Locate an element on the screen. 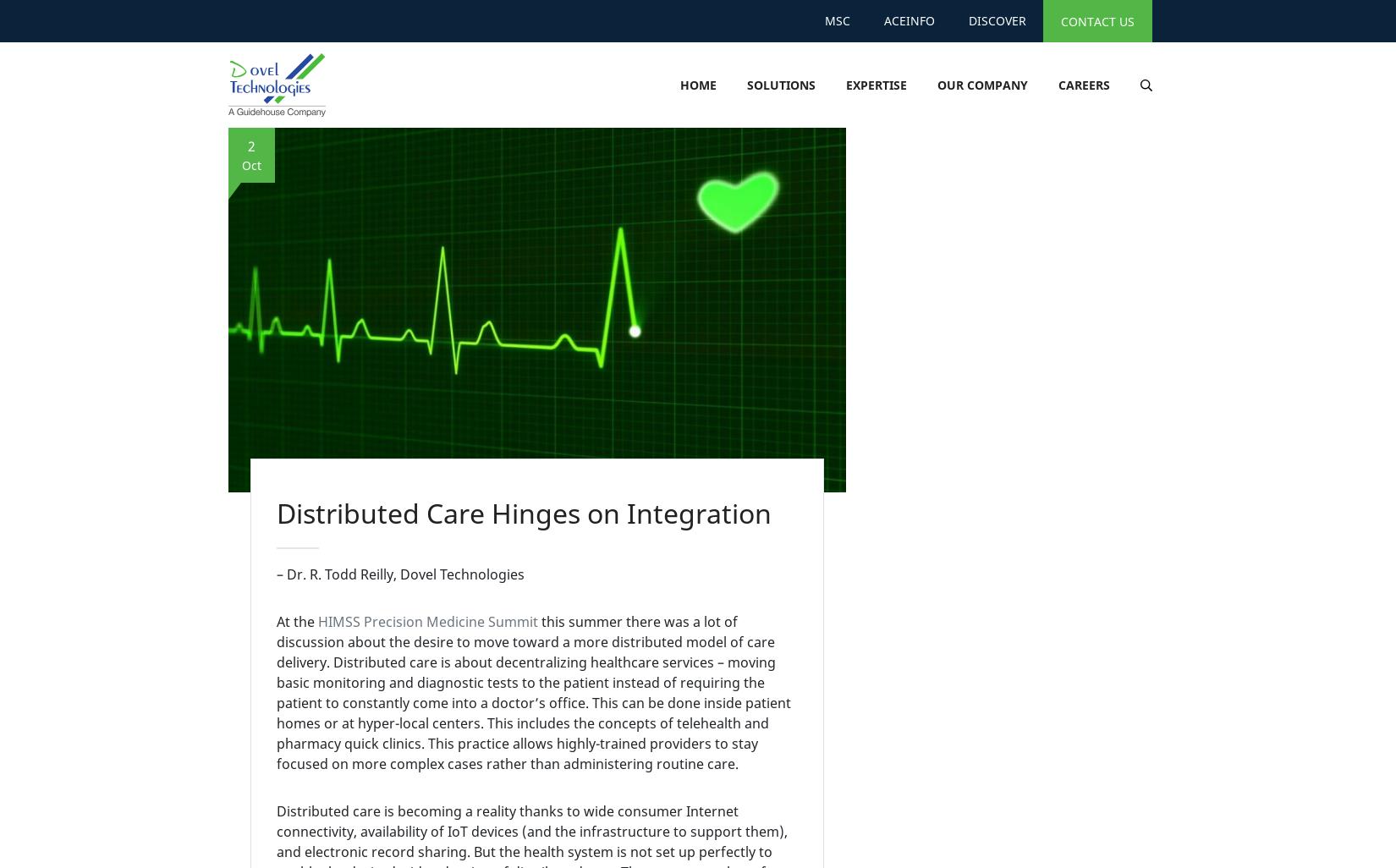 The width and height of the screenshot is (1396, 868). 'AceInfo' is located at coordinates (909, 20).